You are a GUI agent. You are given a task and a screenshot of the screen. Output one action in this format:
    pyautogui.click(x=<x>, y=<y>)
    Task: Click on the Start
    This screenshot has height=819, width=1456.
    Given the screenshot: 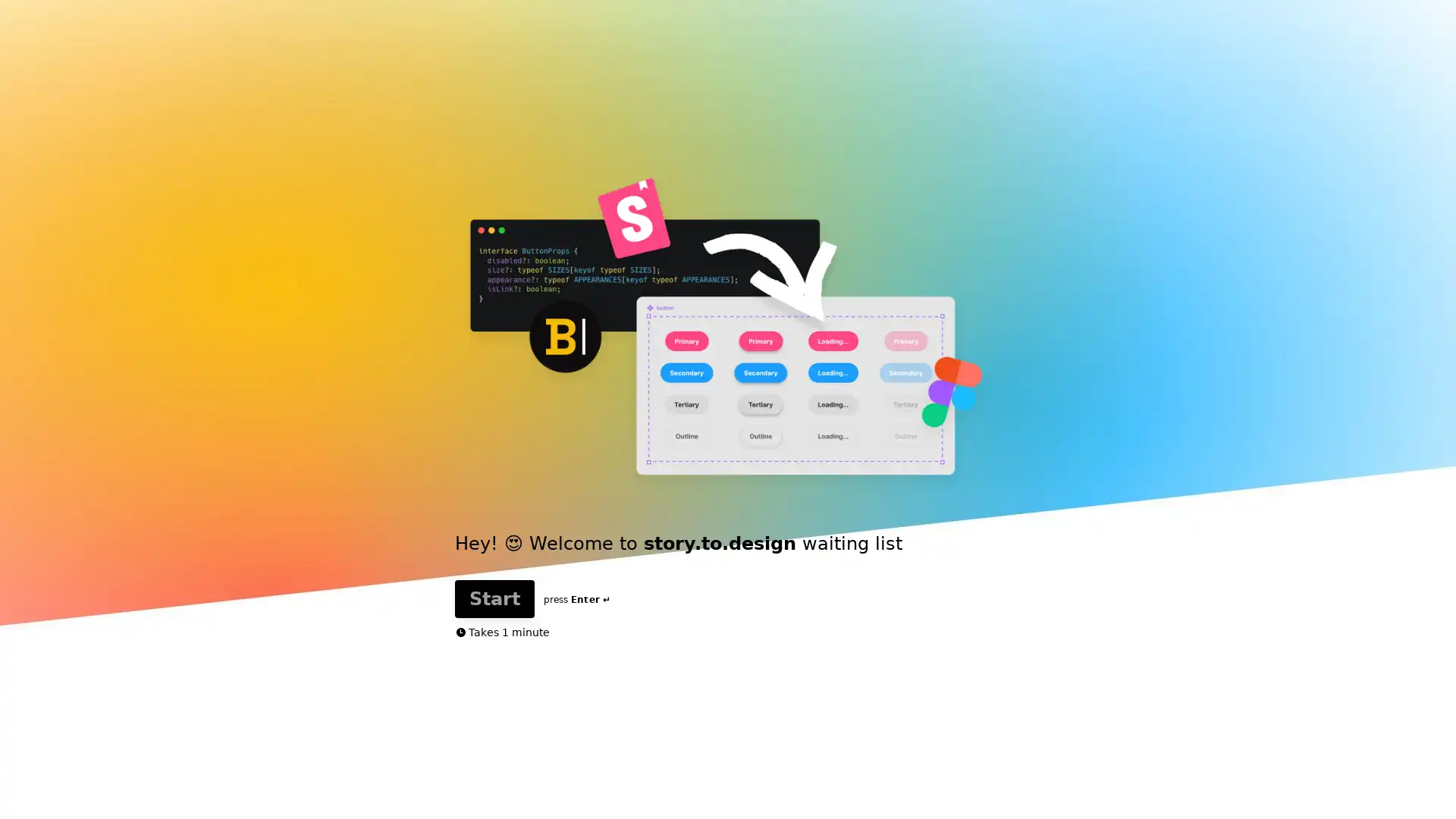 What is the action you would take?
    pyautogui.click(x=806, y=416)
    